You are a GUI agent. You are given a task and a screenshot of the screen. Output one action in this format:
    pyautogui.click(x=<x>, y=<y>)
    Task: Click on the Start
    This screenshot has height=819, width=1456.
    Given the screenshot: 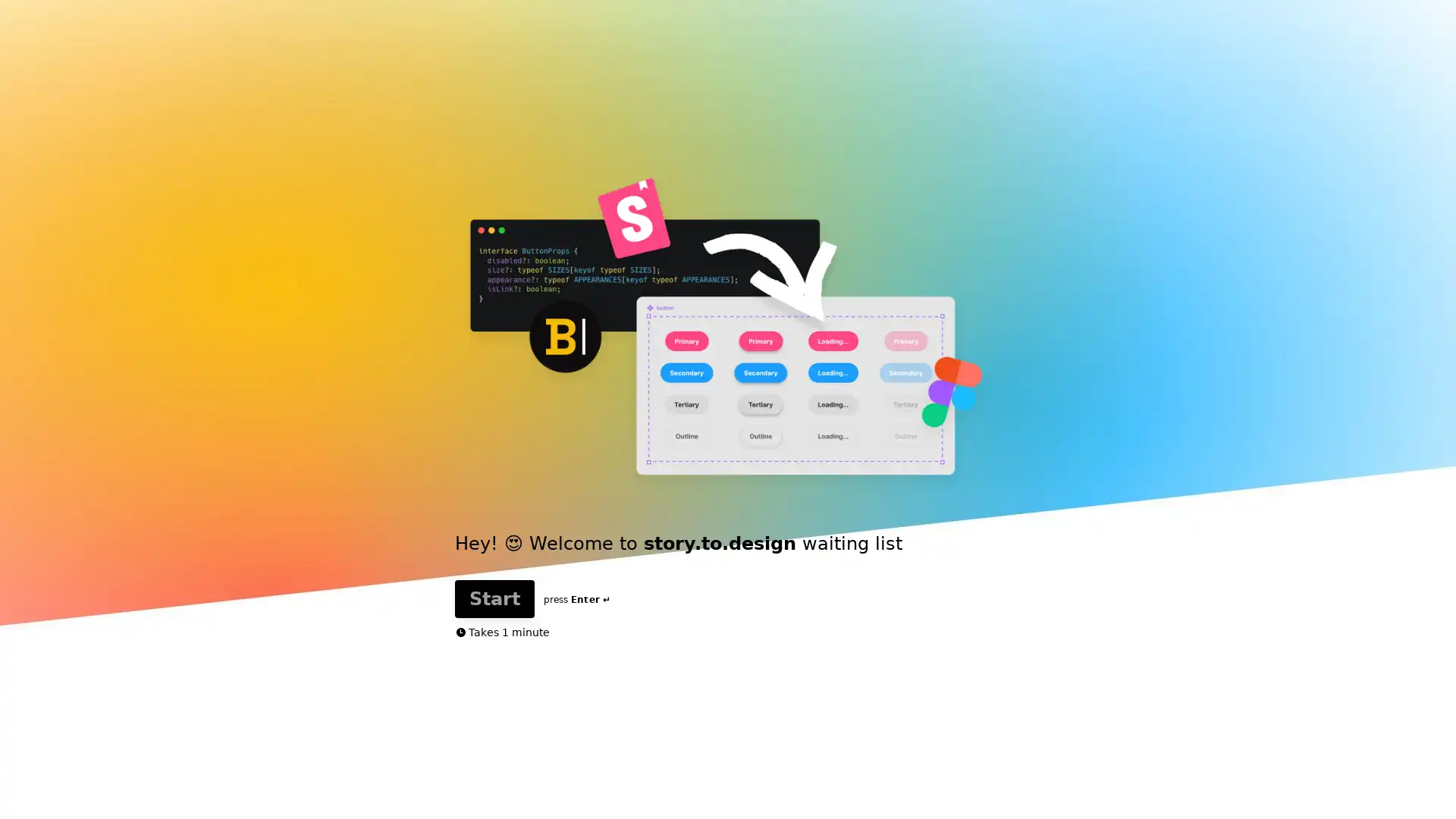 What is the action you would take?
    pyautogui.click(x=806, y=416)
    